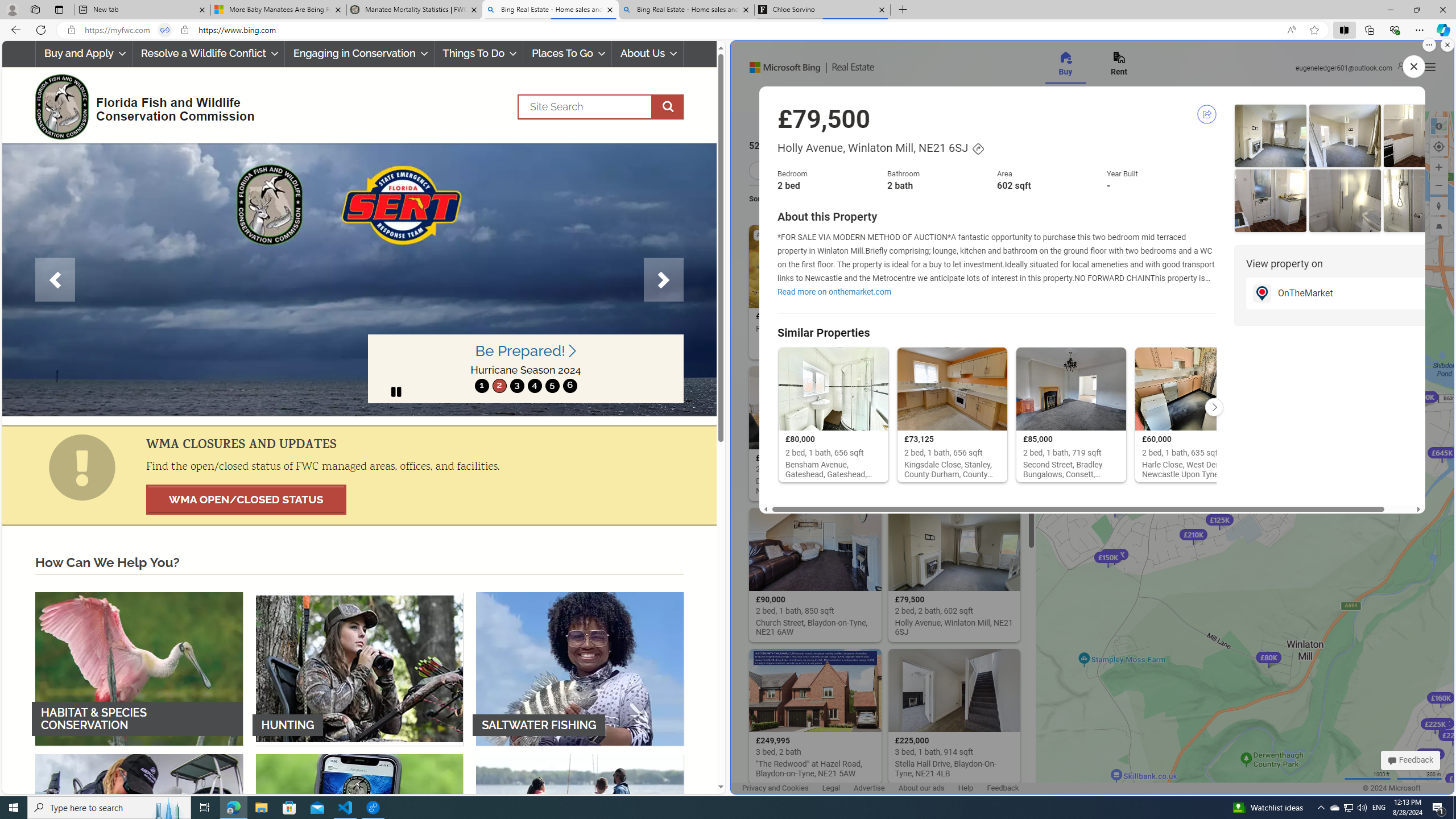 The height and width of the screenshot is (819, 1456). I want to click on 'Places To Go', so click(566, 53).